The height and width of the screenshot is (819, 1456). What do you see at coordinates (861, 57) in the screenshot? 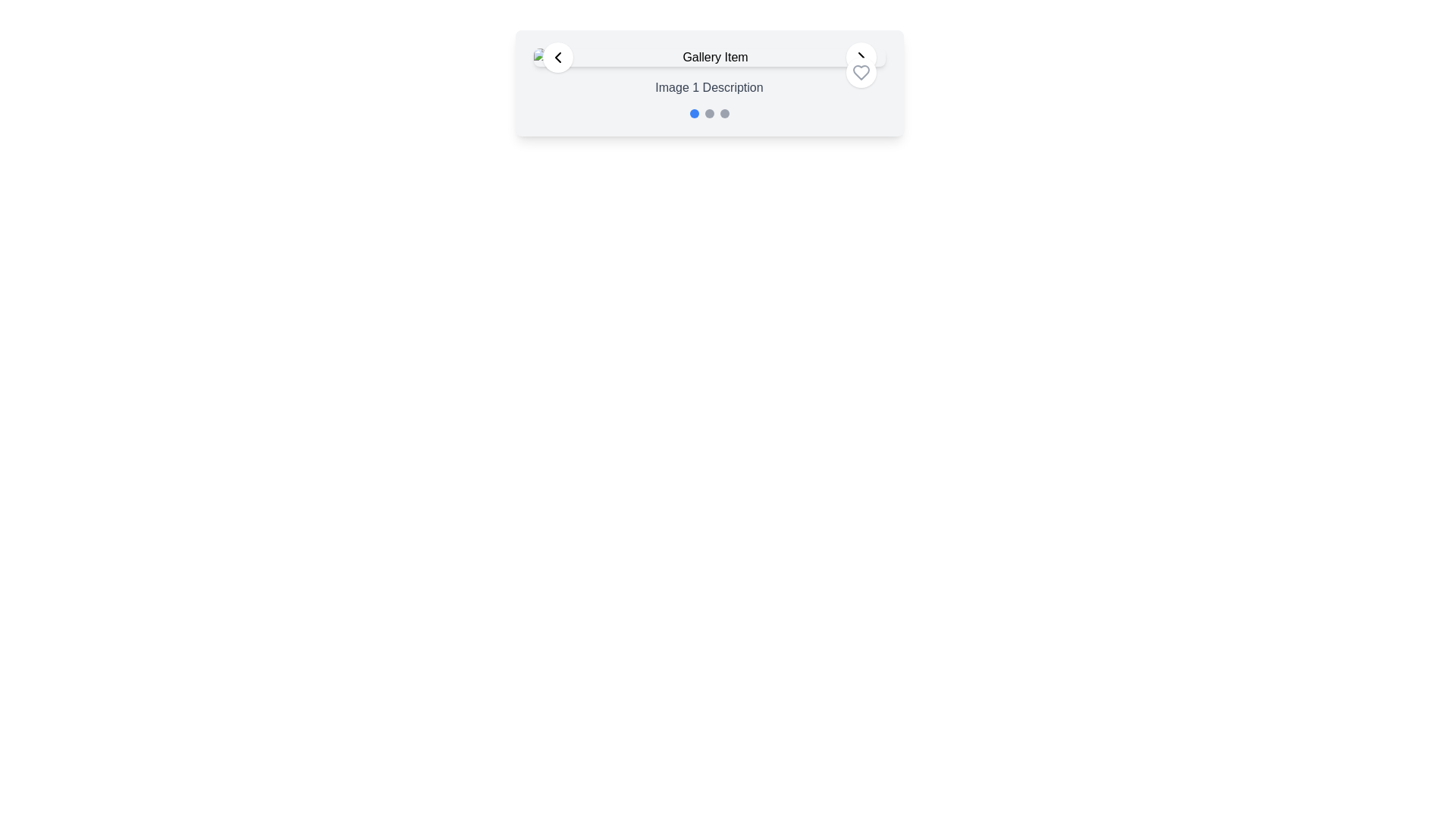
I see `the right-facing chevron icon within the circular button` at bounding box center [861, 57].